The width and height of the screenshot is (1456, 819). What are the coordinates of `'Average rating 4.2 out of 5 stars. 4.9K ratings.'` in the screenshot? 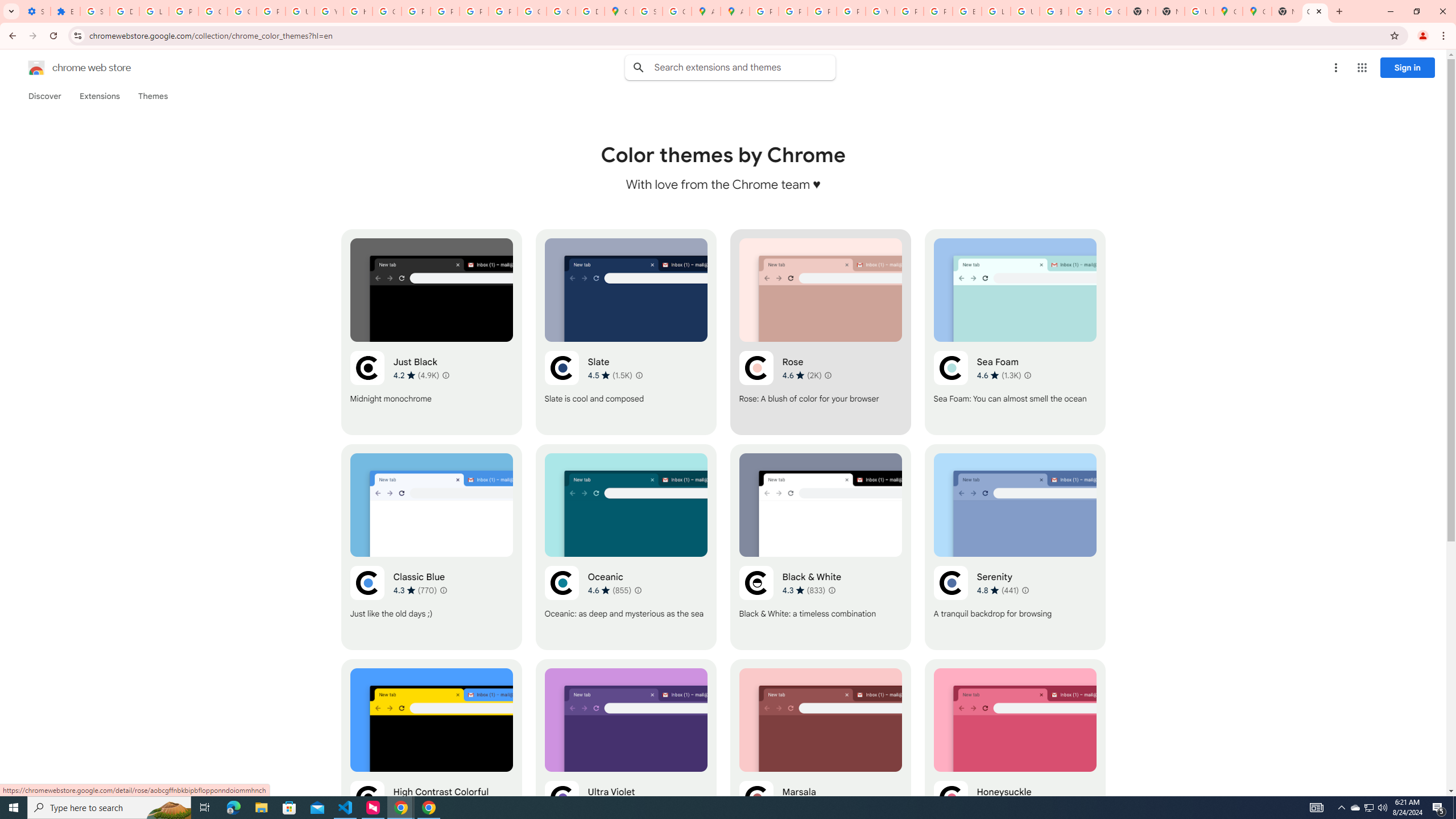 It's located at (416, 375).